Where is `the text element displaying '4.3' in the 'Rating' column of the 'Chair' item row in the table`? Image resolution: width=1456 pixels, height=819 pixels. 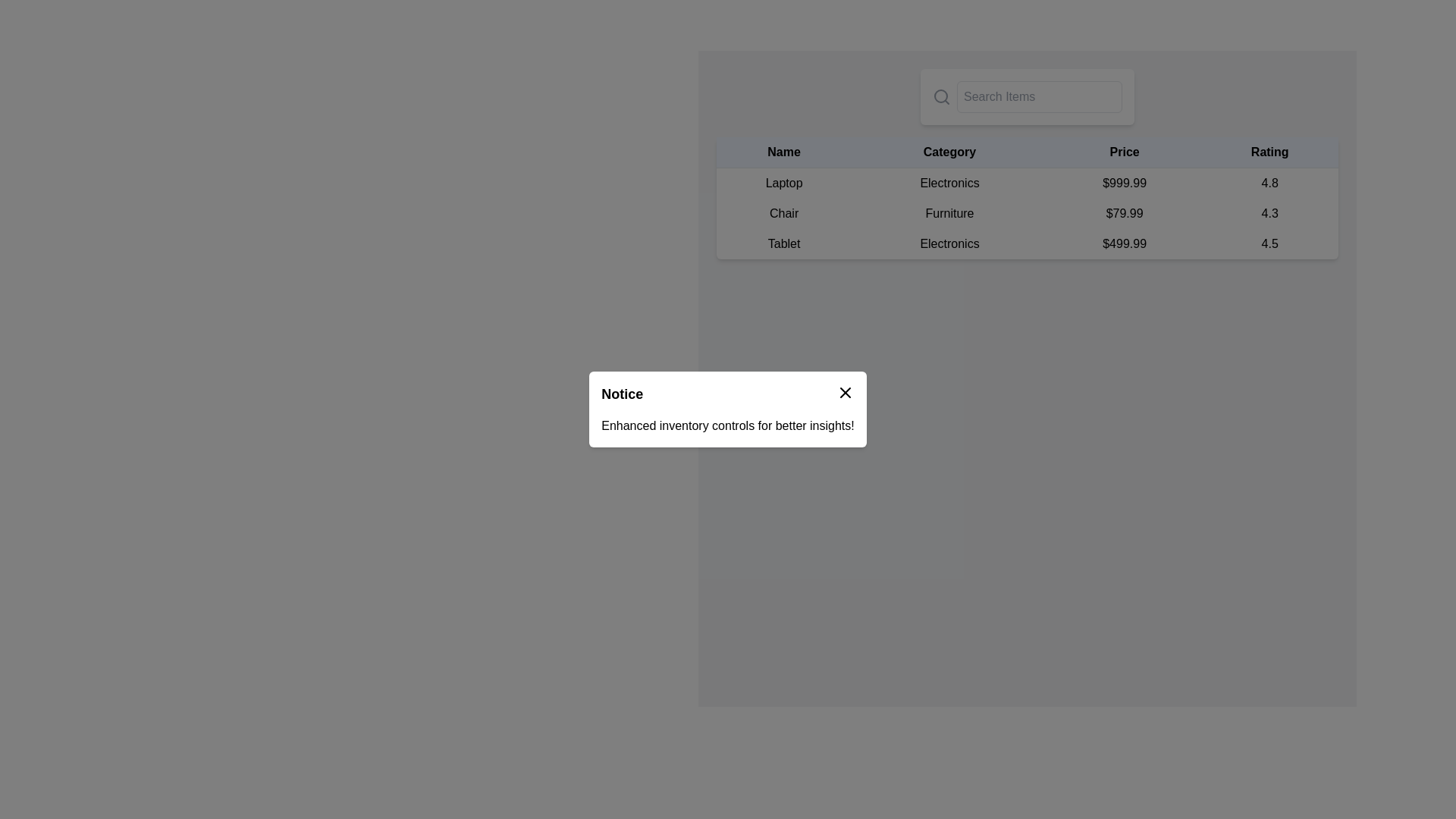 the text element displaying '4.3' in the 'Rating' column of the 'Chair' item row in the table is located at coordinates (1269, 213).